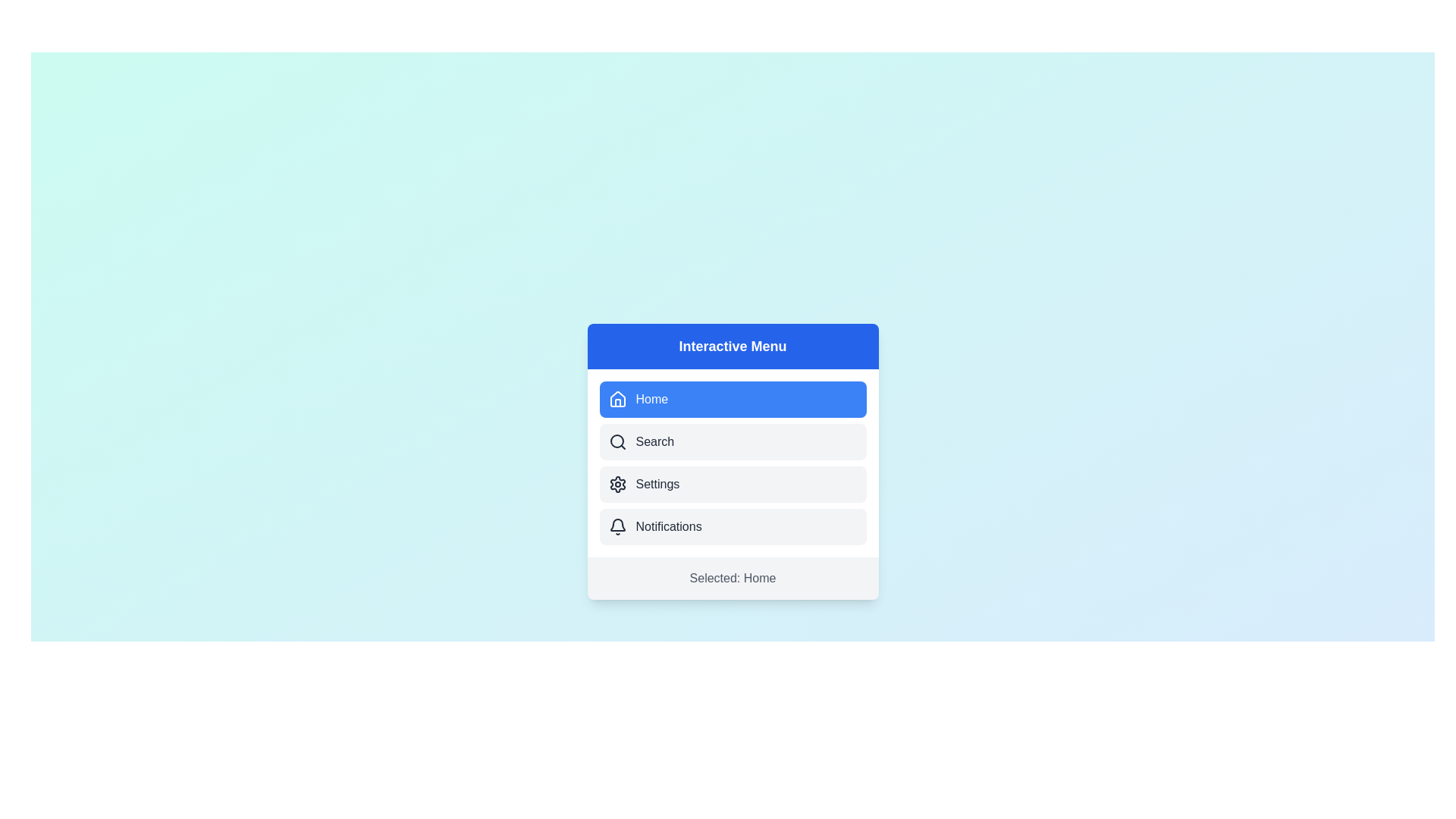  Describe the element at coordinates (733, 441) in the screenshot. I see `the menu item Search from the menu` at that location.